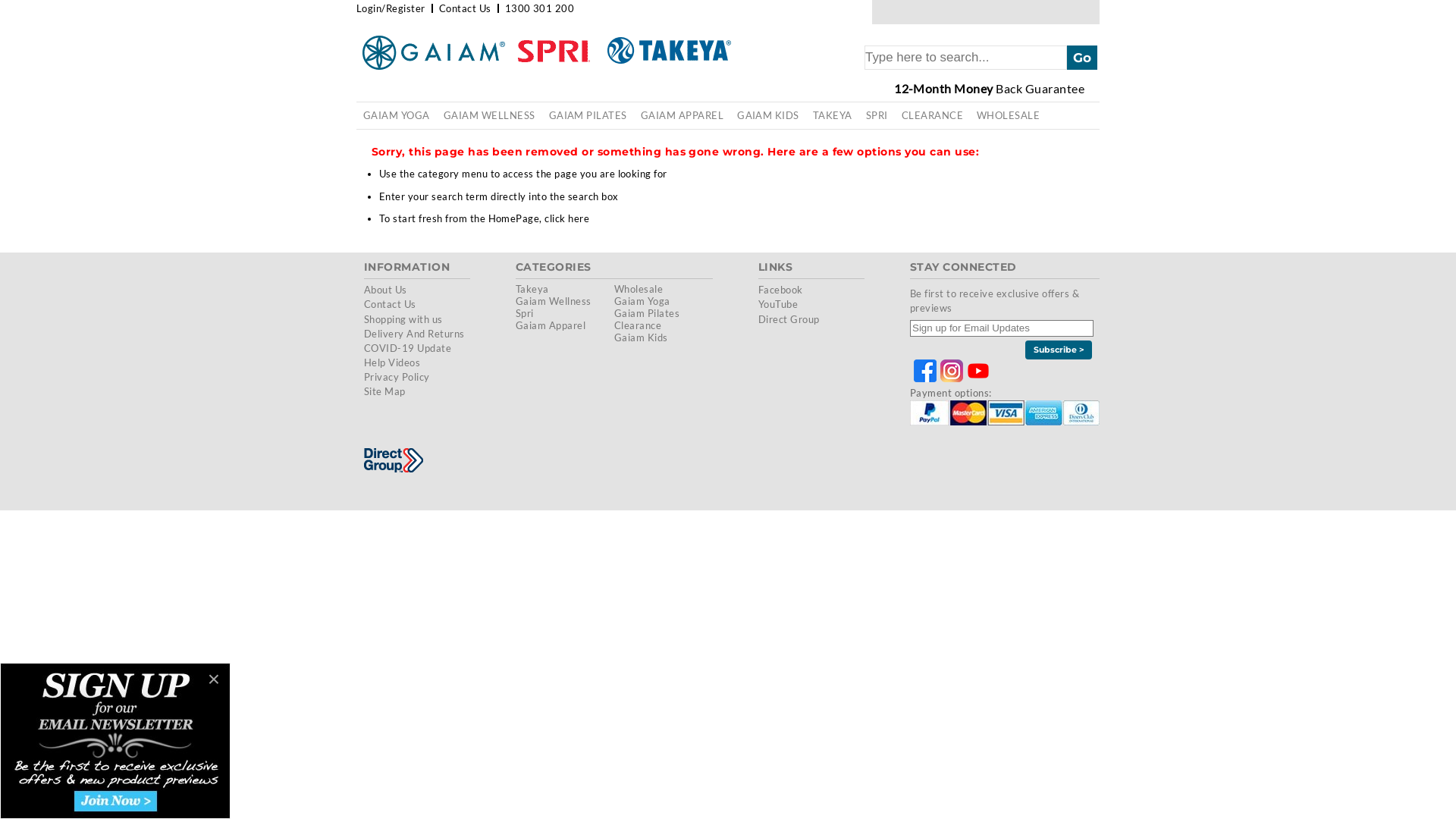  Describe the element at coordinates (532, 289) in the screenshot. I see `'Takeya'` at that location.